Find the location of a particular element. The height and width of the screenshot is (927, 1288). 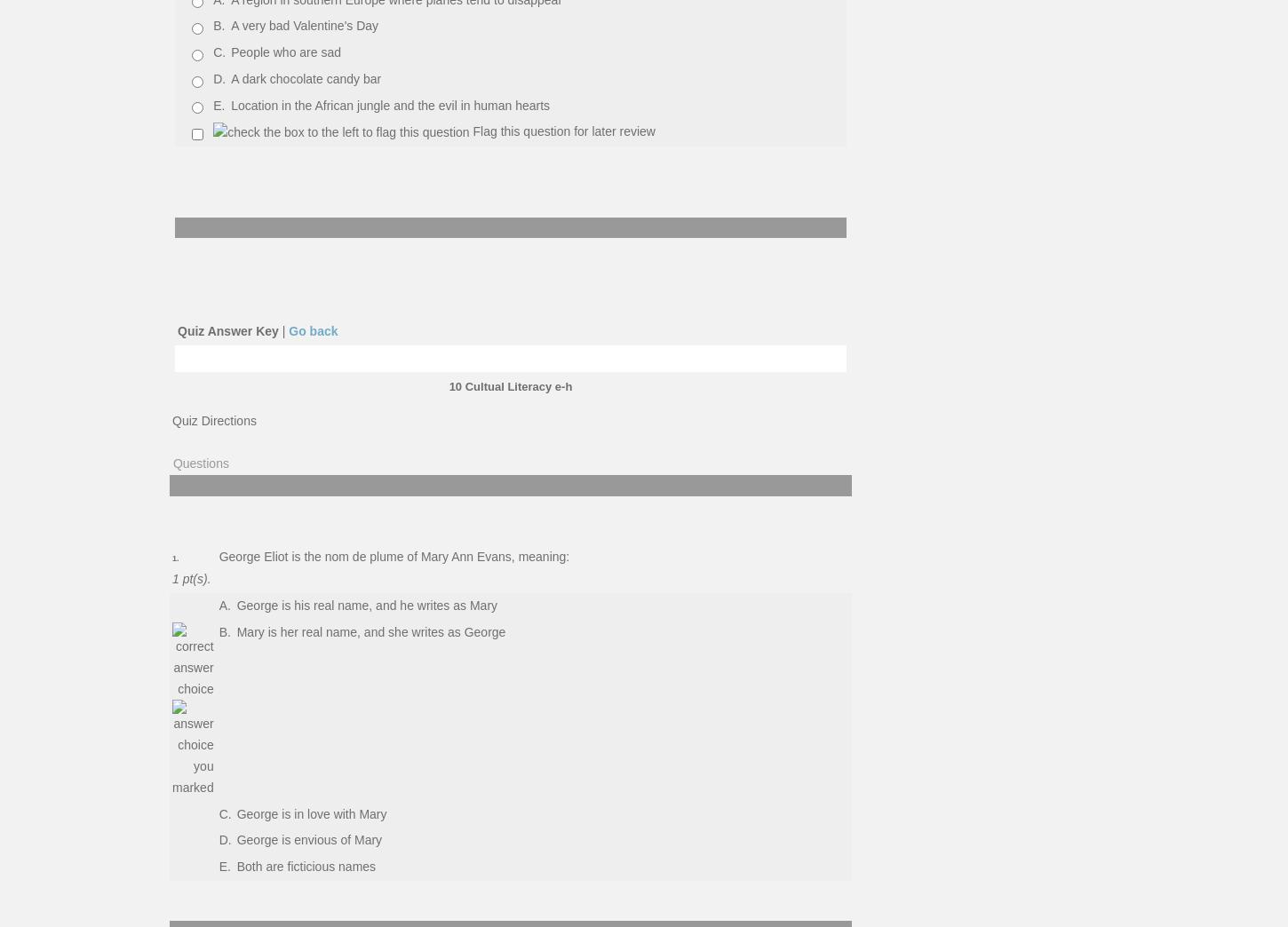

'George Eliot is the nom de plume of Mary Ann Evans, meaning:' is located at coordinates (393, 555).